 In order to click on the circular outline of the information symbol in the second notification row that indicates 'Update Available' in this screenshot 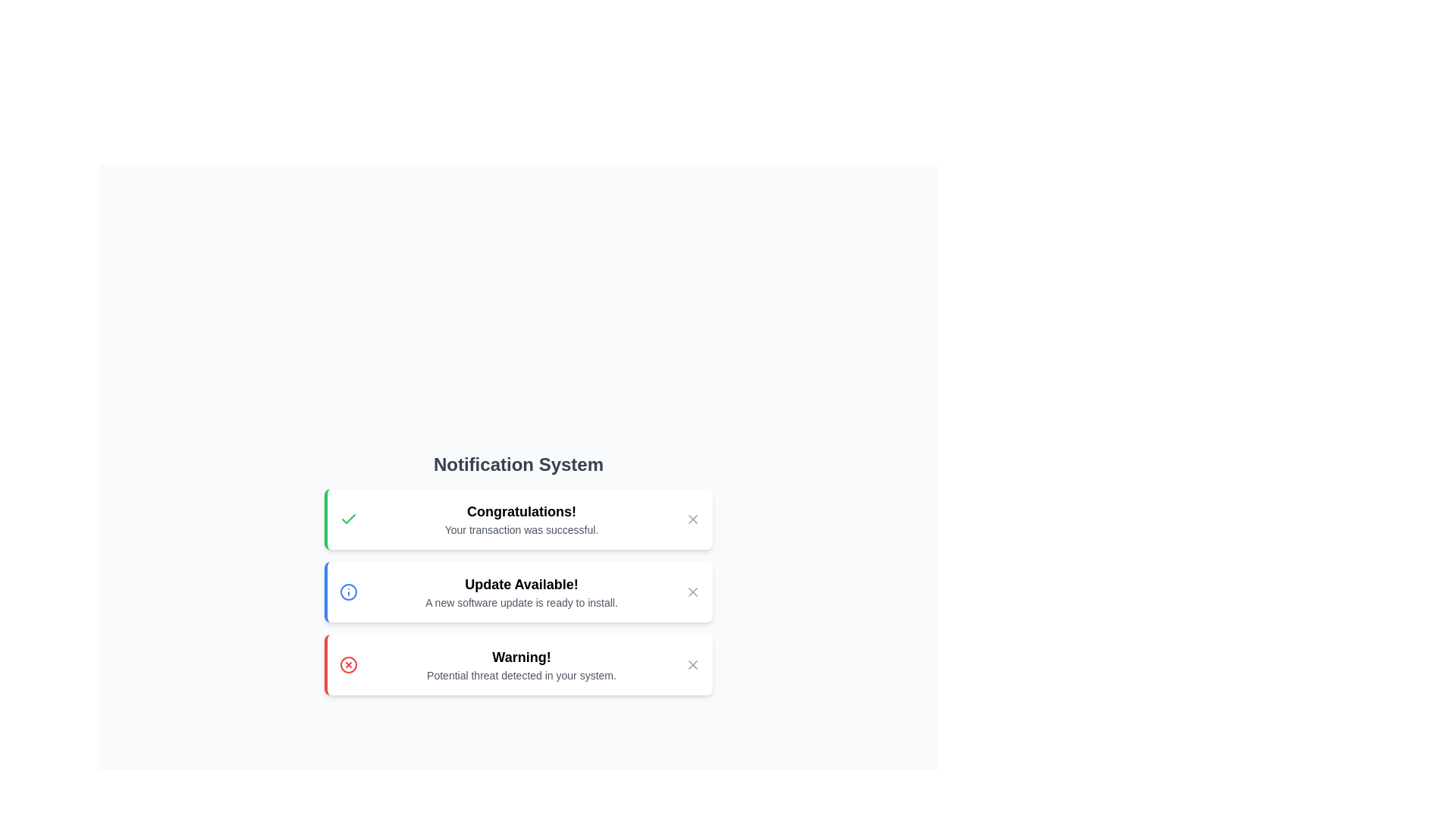, I will do `click(348, 591)`.